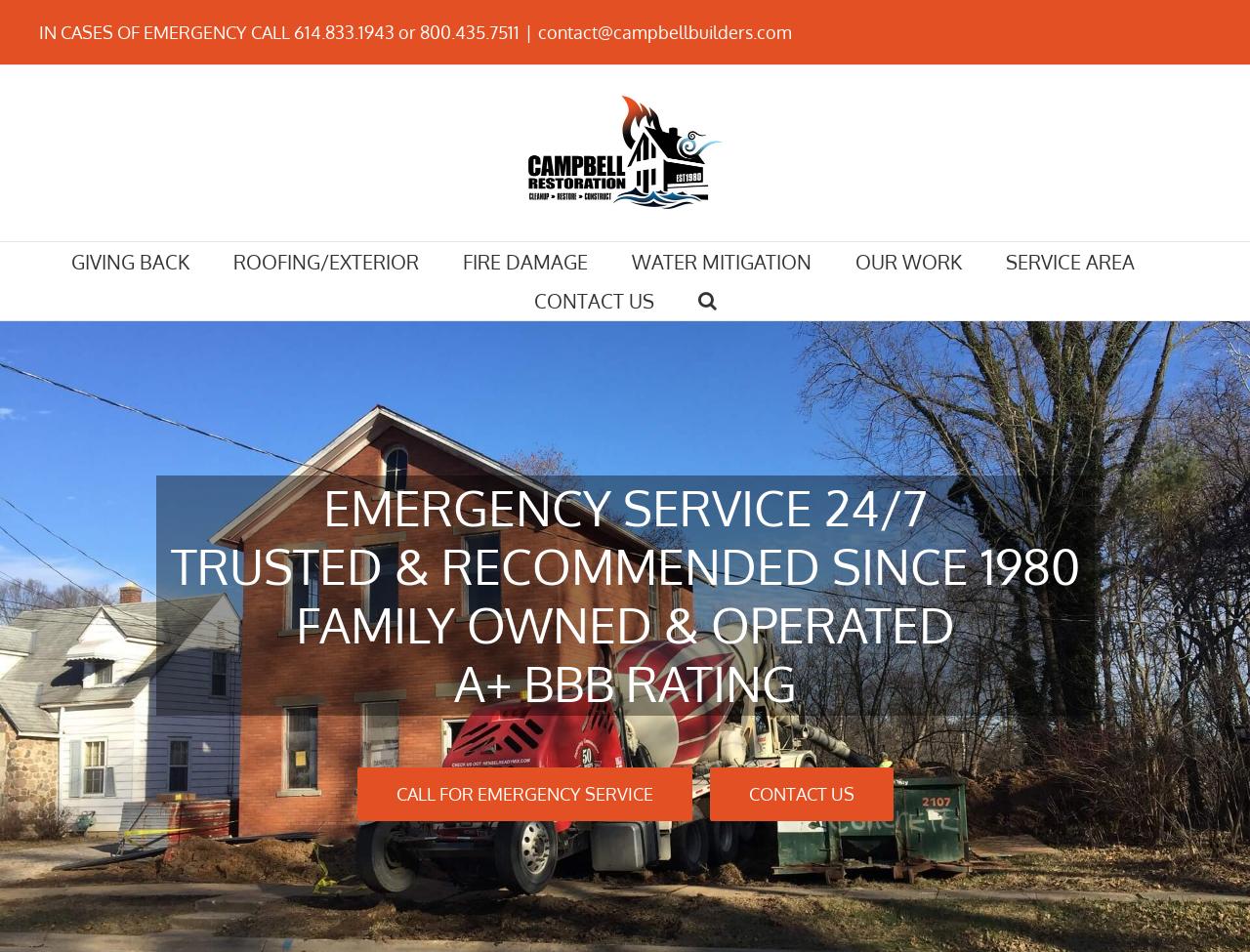 The height and width of the screenshot is (952, 1250). Describe the element at coordinates (623, 682) in the screenshot. I see `'A+ BBB RATING'` at that location.